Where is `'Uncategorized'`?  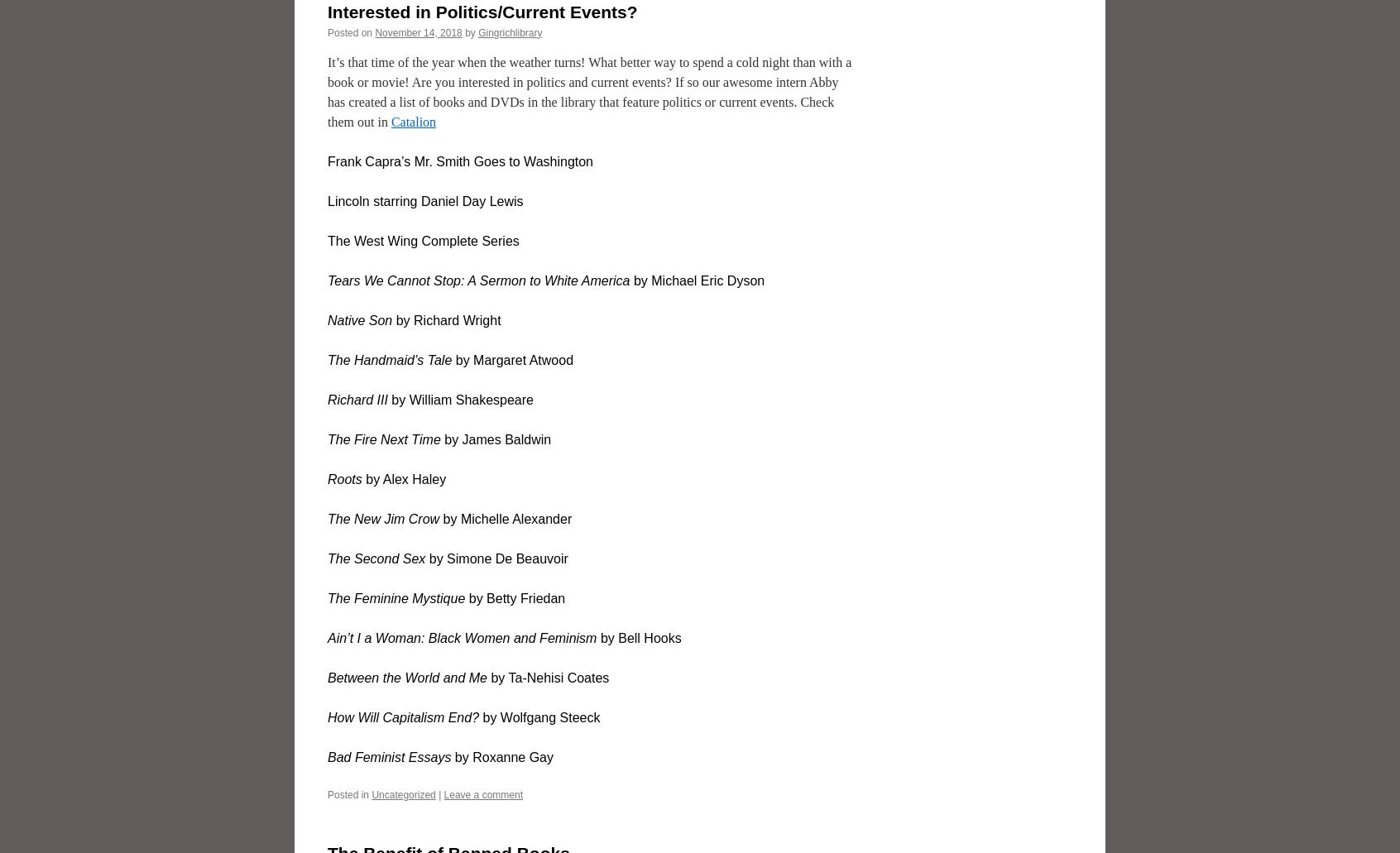
'Uncategorized' is located at coordinates (402, 793).